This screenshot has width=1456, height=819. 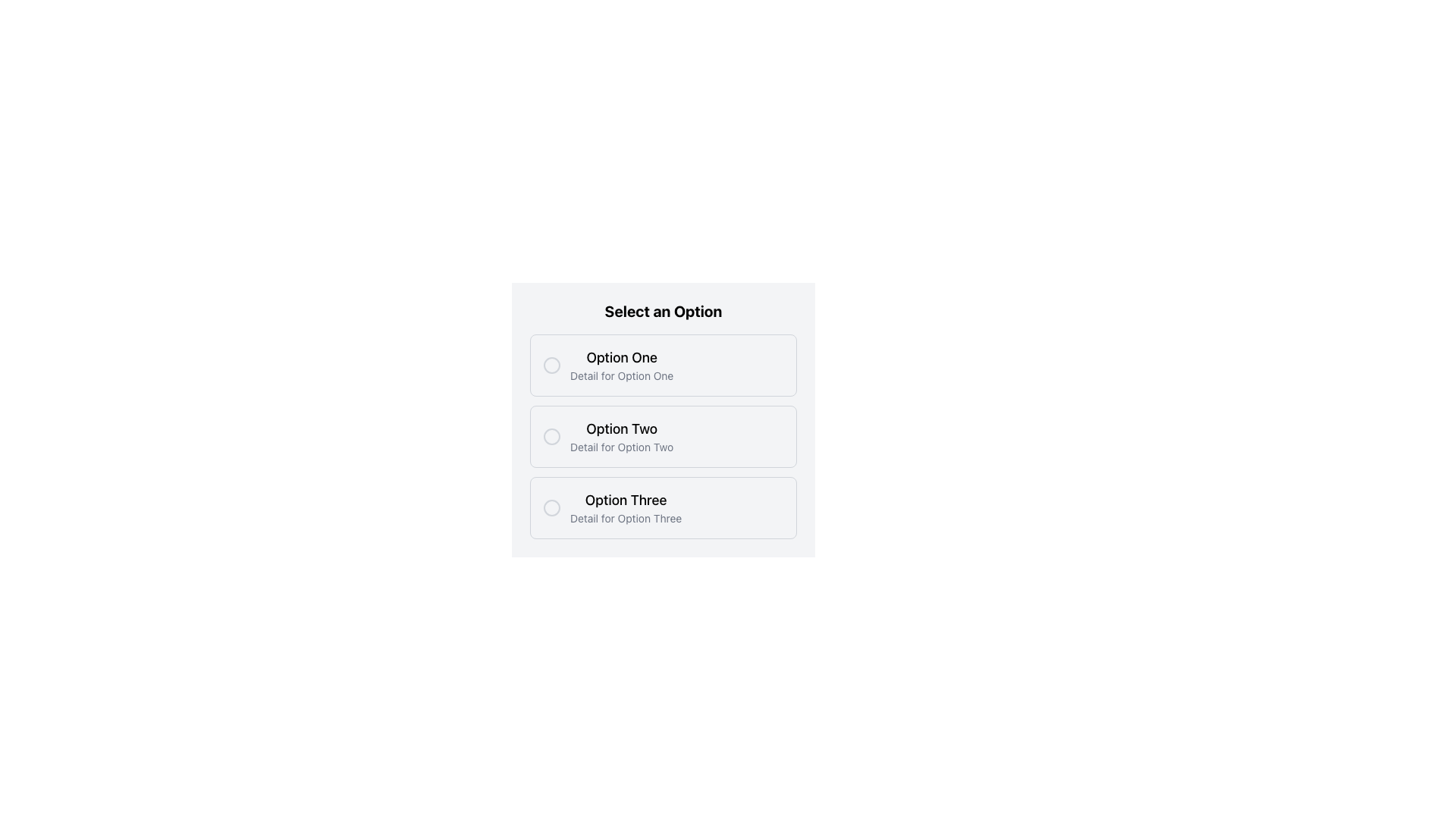 I want to click on the first radio button labeled 'Option One', so click(x=551, y=366).